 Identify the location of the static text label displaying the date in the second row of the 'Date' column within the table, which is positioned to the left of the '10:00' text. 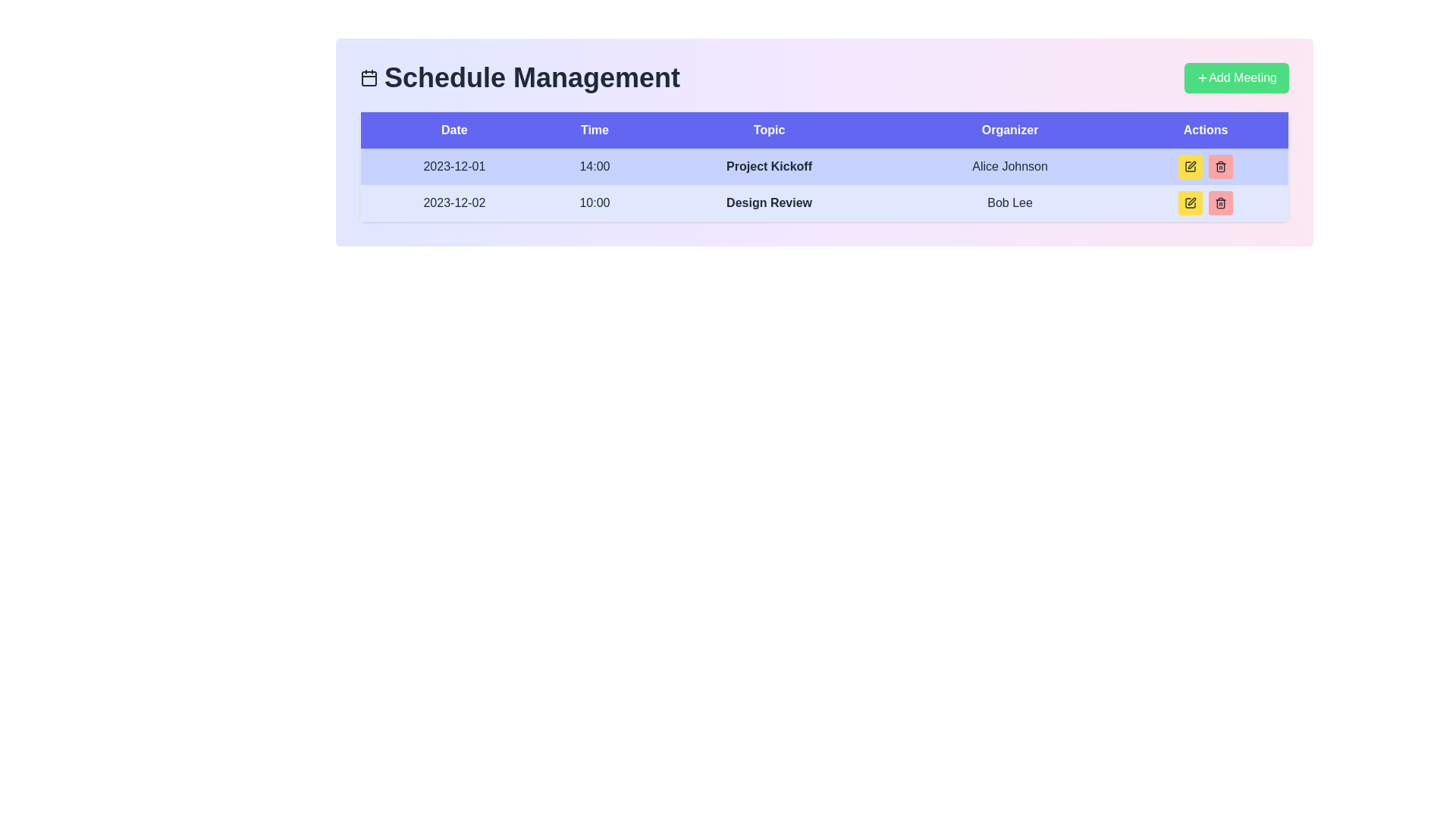
(453, 202).